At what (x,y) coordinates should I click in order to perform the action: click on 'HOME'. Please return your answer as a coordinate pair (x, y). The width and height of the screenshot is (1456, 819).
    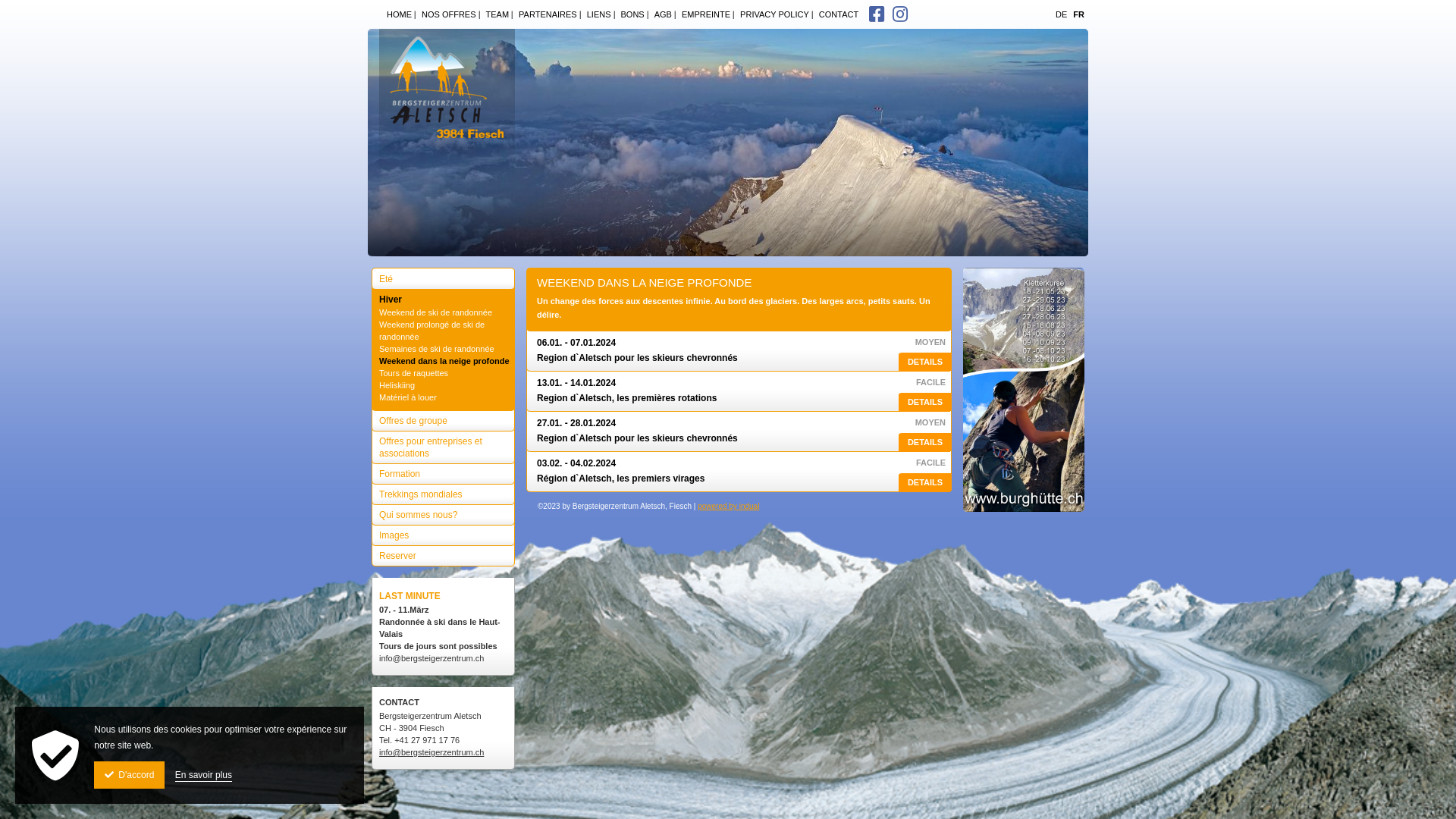
    Looking at the image, I should click on (397, 14).